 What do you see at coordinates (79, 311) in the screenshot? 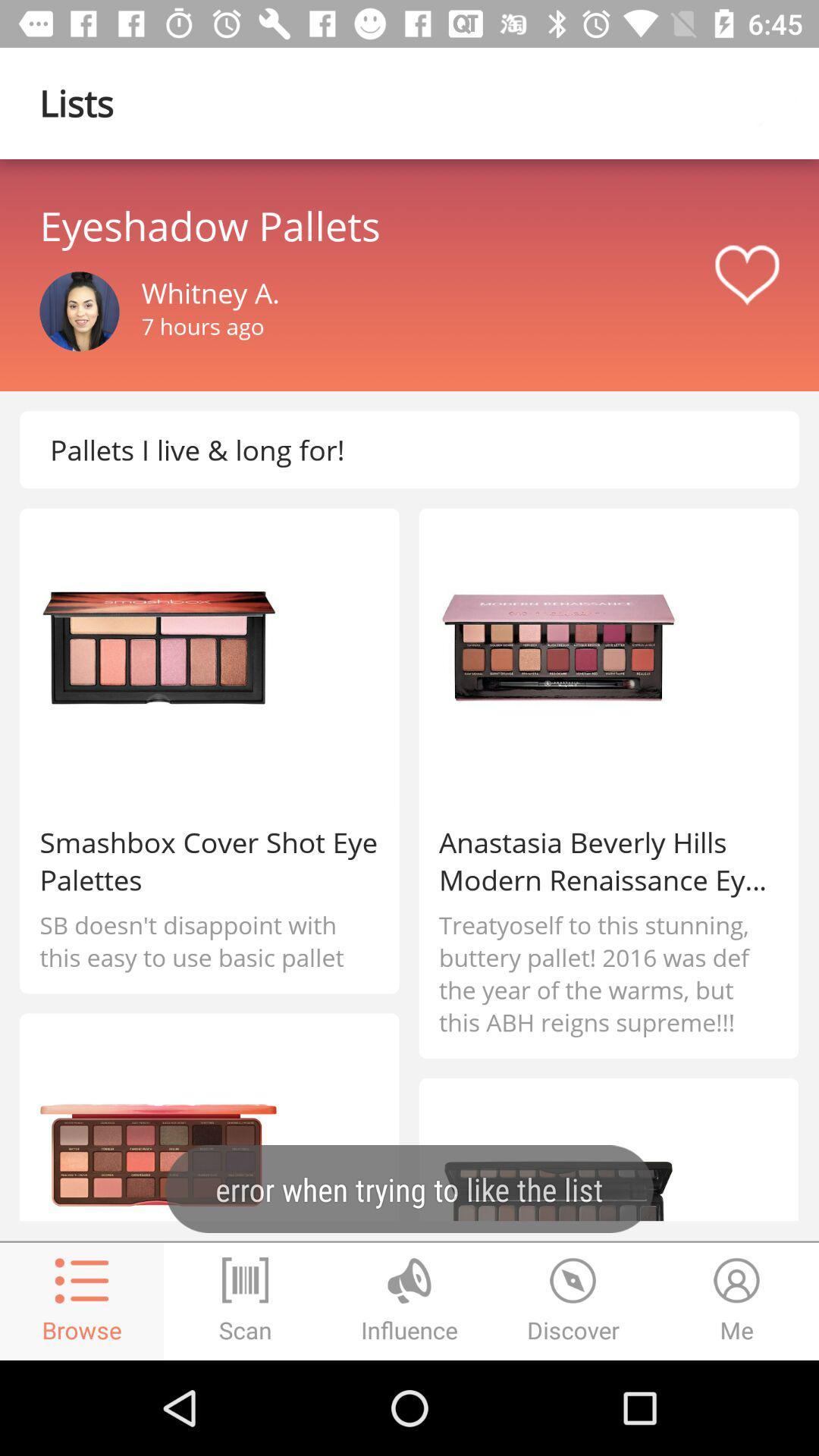
I see `the avatar icon` at bounding box center [79, 311].